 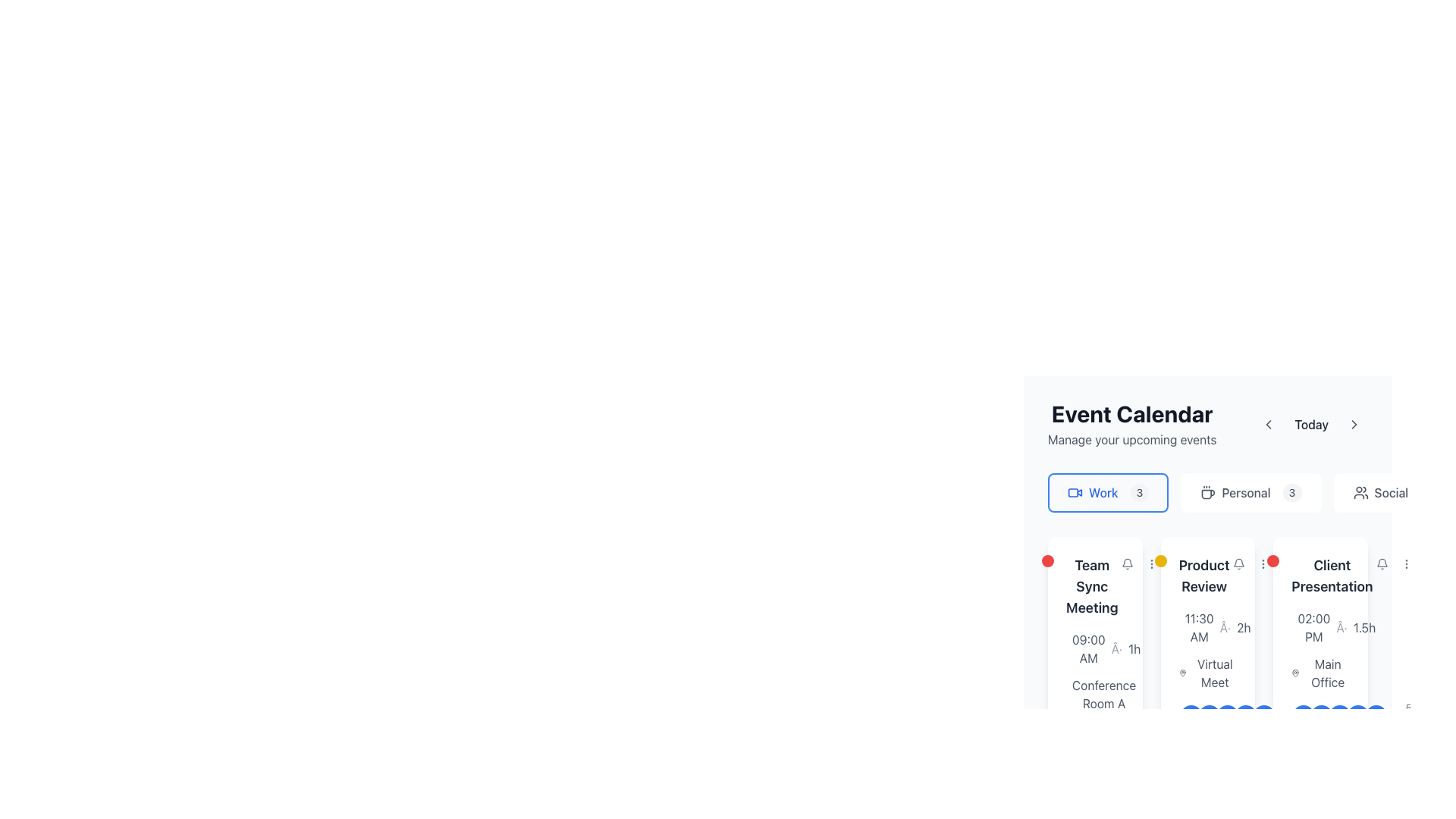 What do you see at coordinates (1263, 716) in the screenshot?
I see `the small circular badge displaying the letter 'E' within the 'Client Presentation' event card` at bounding box center [1263, 716].